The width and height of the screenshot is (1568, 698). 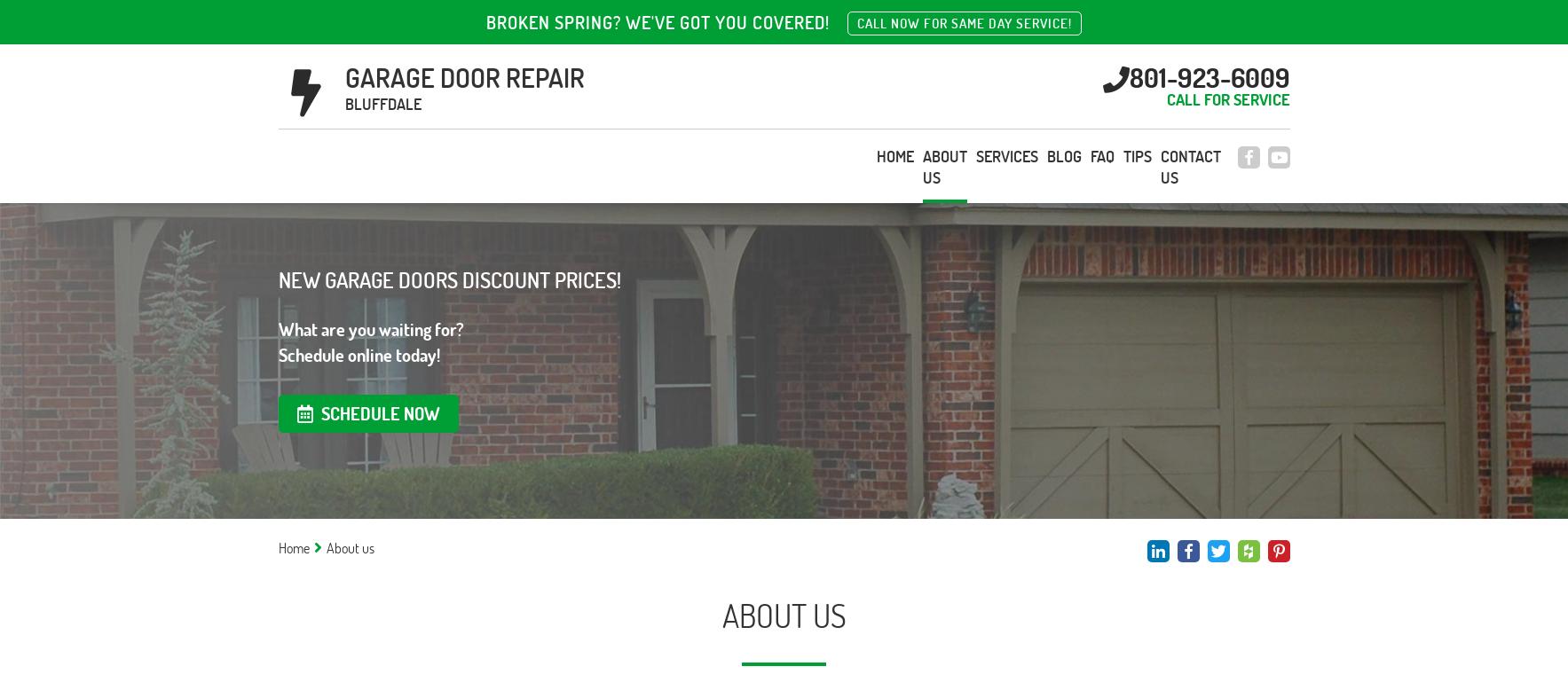 What do you see at coordinates (449, 278) in the screenshot?
I see `'New Garage Doors
Discount prices!'` at bounding box center [449, 278].